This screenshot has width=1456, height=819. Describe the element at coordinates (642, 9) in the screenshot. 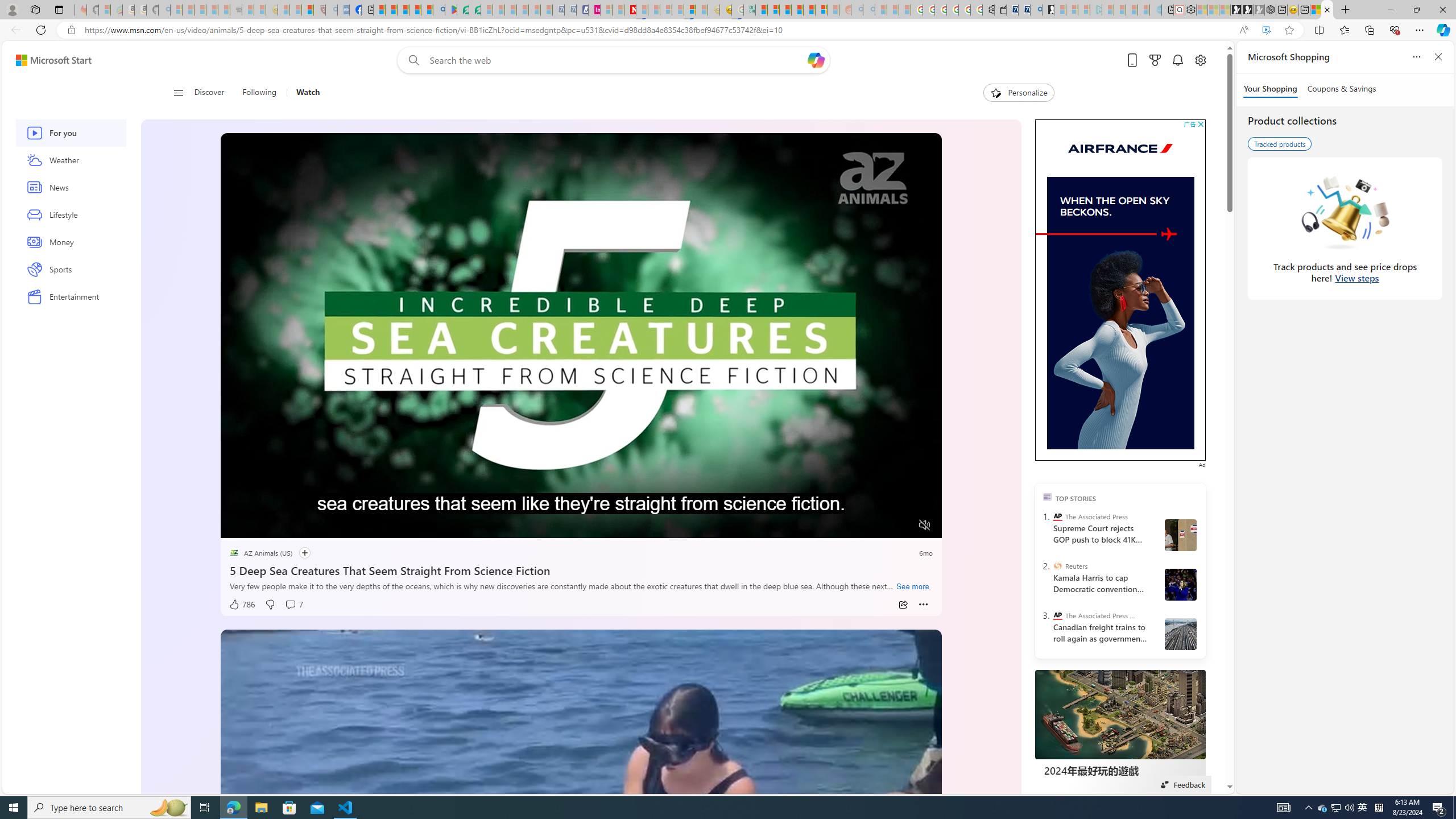

I see `'Trusted Community Engagement and Contributions | Guidelines'` at that location.